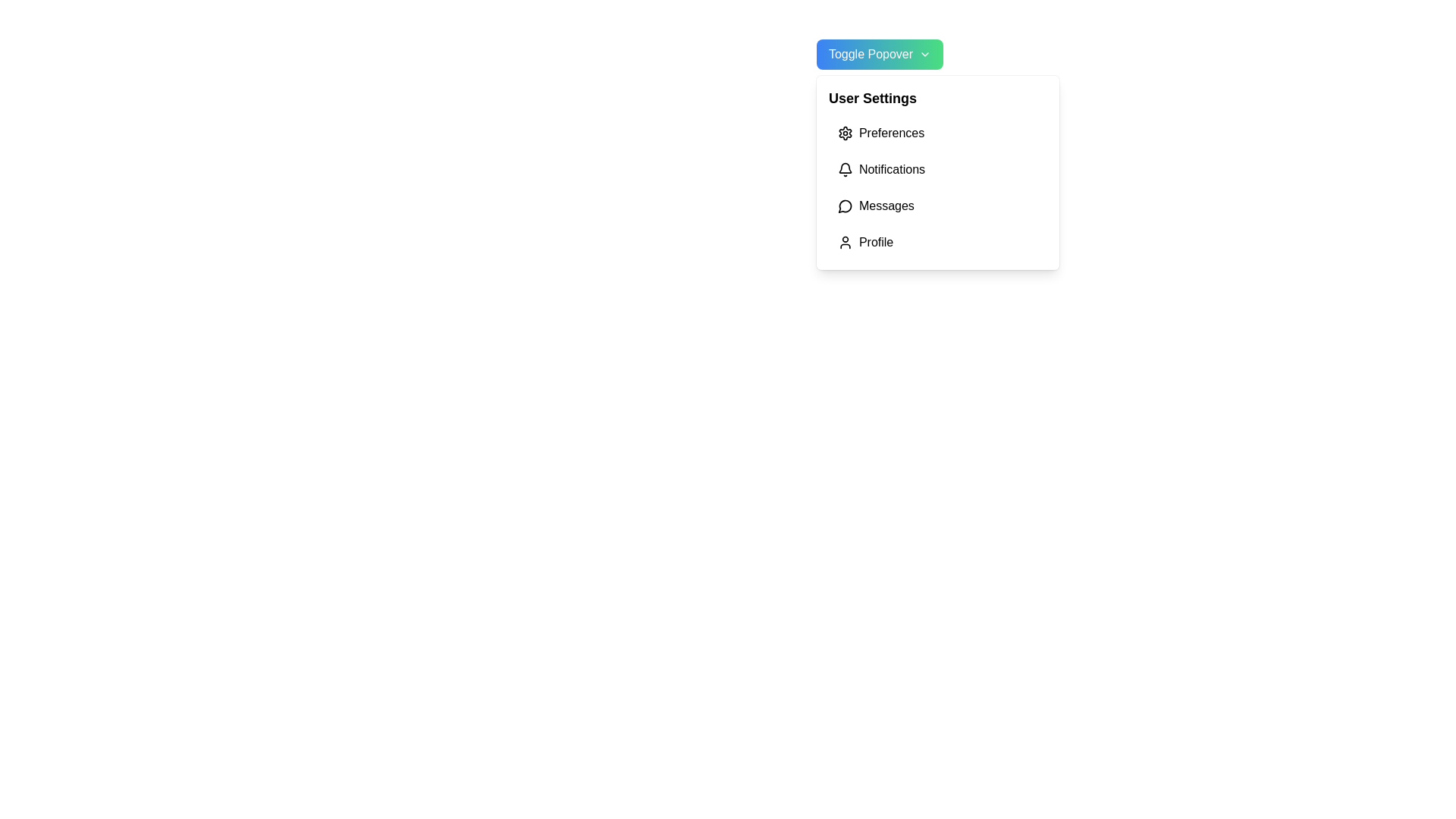 This screenshot has height=819, width=1456. I want to click on the Icon located to the left of the 'Preferences' label in the 'User Settings' dropdown menu, which visually indicates the management of settings, so click(844, 133).